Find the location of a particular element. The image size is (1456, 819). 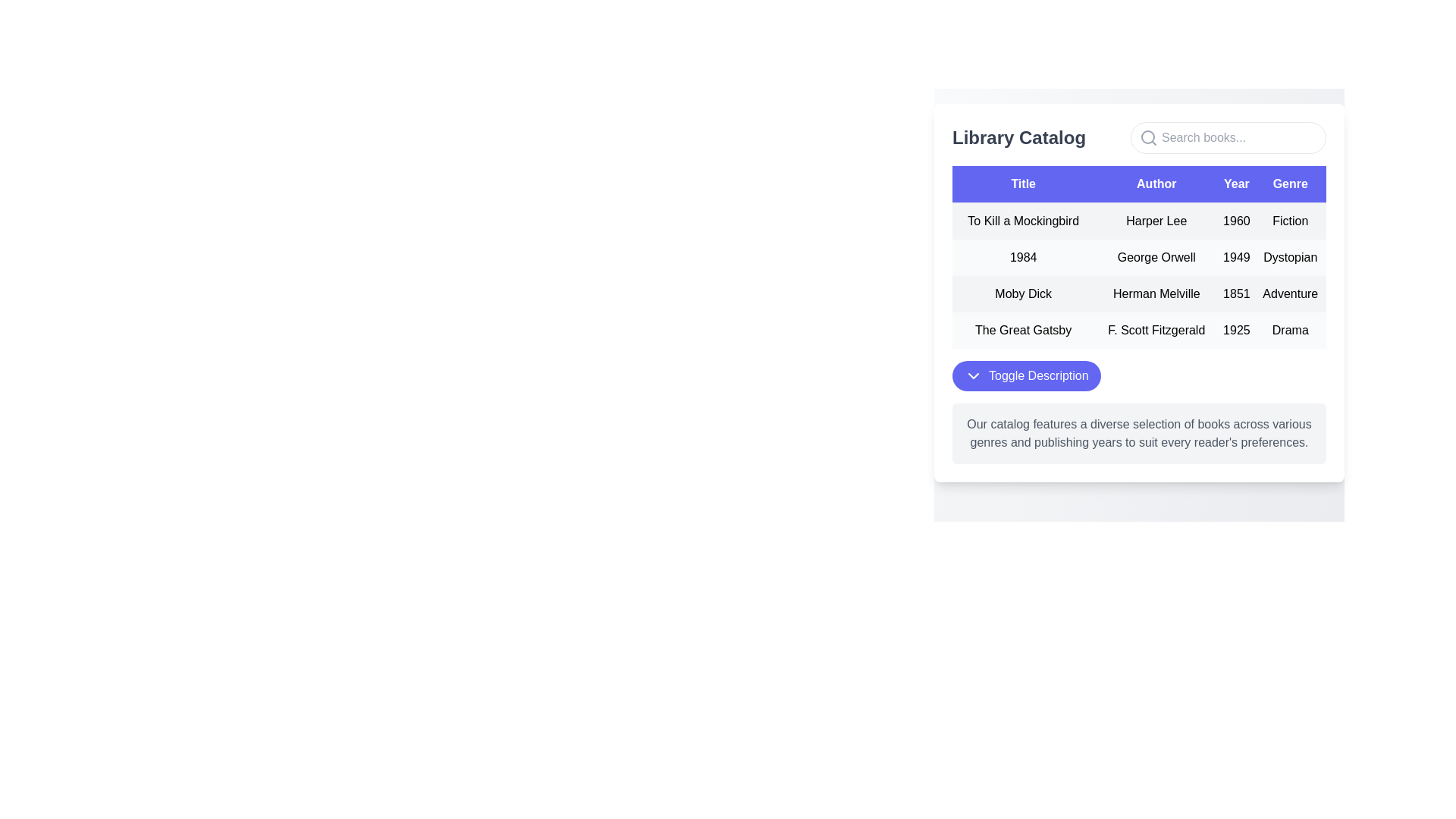

the text block styled in gray that contains the content 'Our catalog features a diverse selection of books across various genres and publishing years to suit every reader's preferences.', located near the bottom of the 'Library Catalog' section, below the 'Toggle Description' button is located at coordinates (1139, 433).